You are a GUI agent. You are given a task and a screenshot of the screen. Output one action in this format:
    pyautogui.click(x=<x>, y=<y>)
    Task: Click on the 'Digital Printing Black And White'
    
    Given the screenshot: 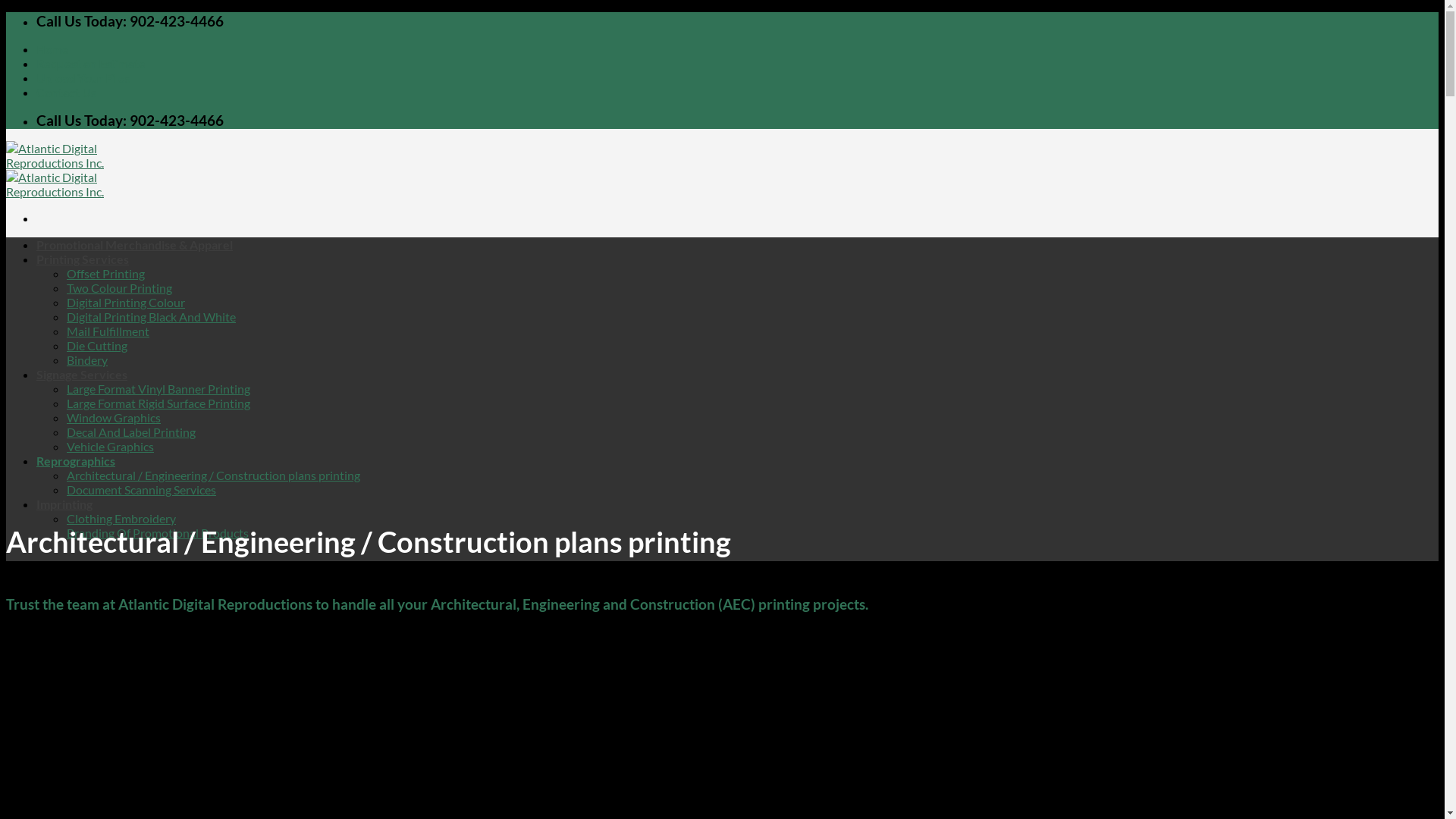 What is the action you would take?
    pyautogui.click(x=151, y=315)
    